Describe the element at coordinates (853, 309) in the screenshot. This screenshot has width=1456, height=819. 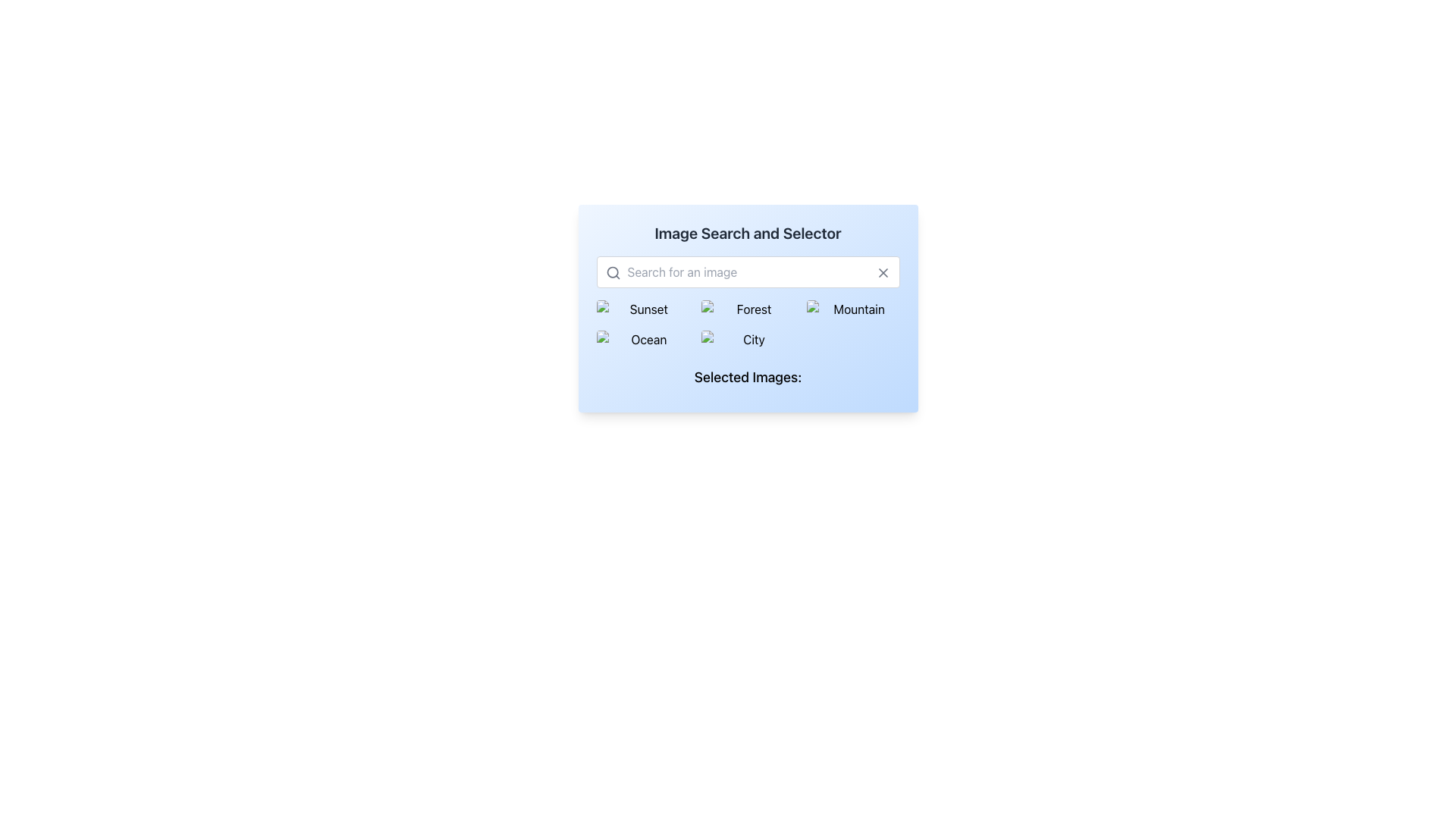
I see `the 'Mountain' category button, which is the third element in the first row of a grid layout beneath the search bar` at that location.